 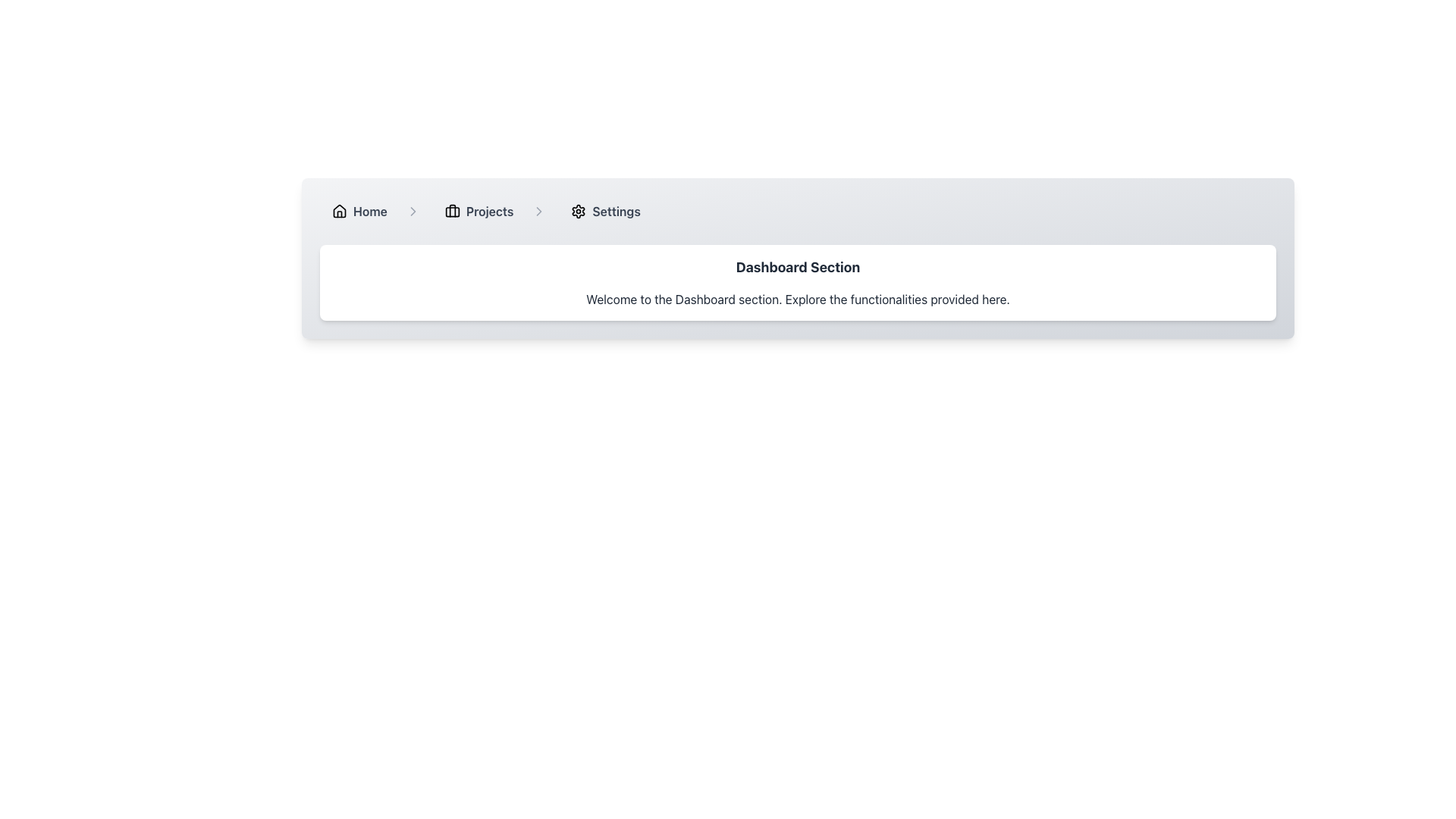 What do you see at coordinates (490, 211) in the screenshot?
I see `the 'Projects' text label in the navigation bar, which is bold and gray, located between the briefcase icon and other navigation links` at bounding box center [490, 211].